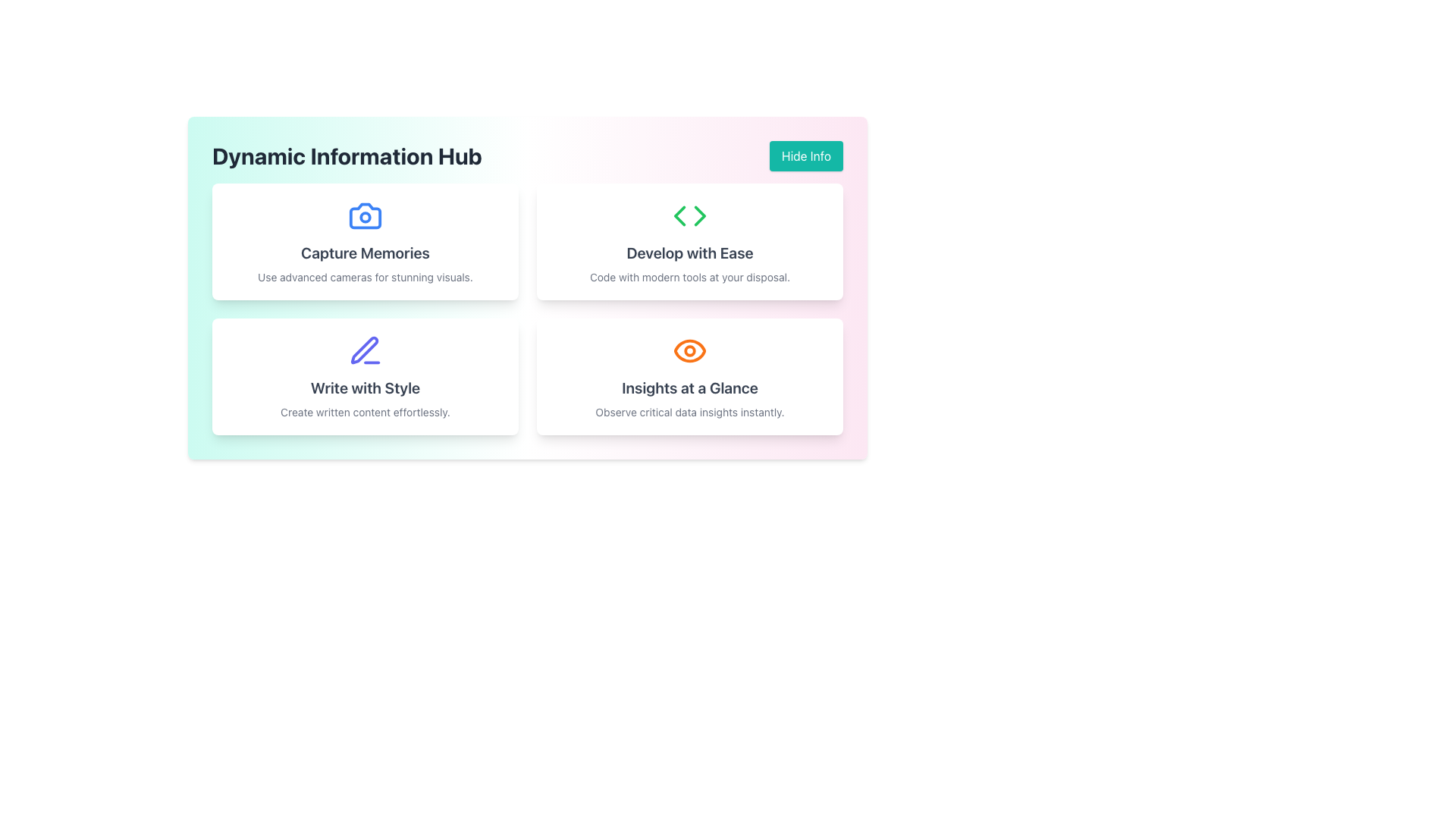 Image resolution: width=1456 pixels, height=819 pixels. What do you see at coordinates (699, 216) in the screenshot?
I see `the right arrow icon in the 'Develop with Ease' section, which signifies action or direction for navigation` at bounding box center [699, 216].